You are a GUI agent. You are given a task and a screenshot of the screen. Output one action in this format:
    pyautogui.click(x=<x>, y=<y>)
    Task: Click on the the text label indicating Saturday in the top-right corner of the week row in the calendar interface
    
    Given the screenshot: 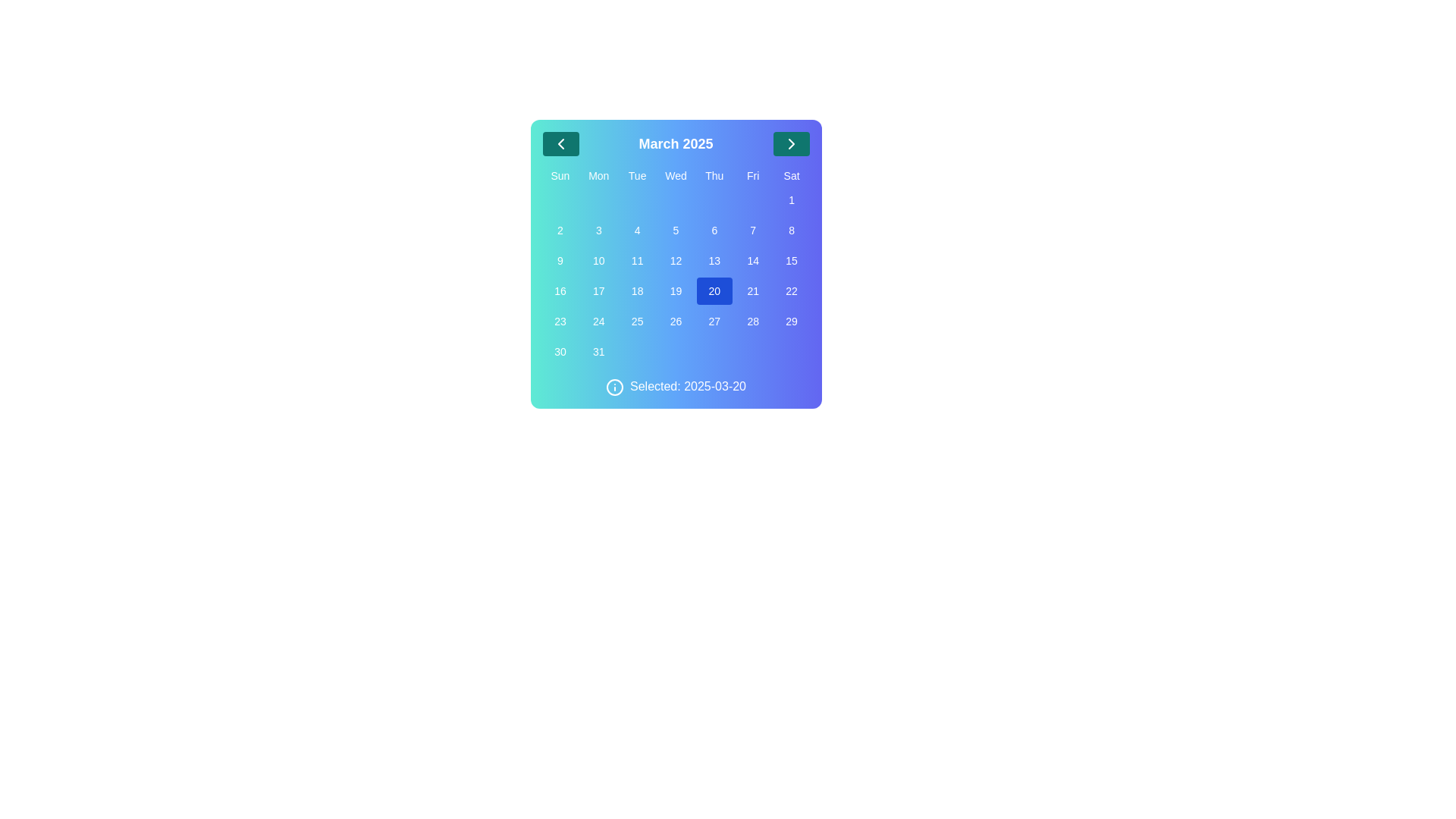 What is the action you would take?
    pyautogui.click(x=791, y=174)
    